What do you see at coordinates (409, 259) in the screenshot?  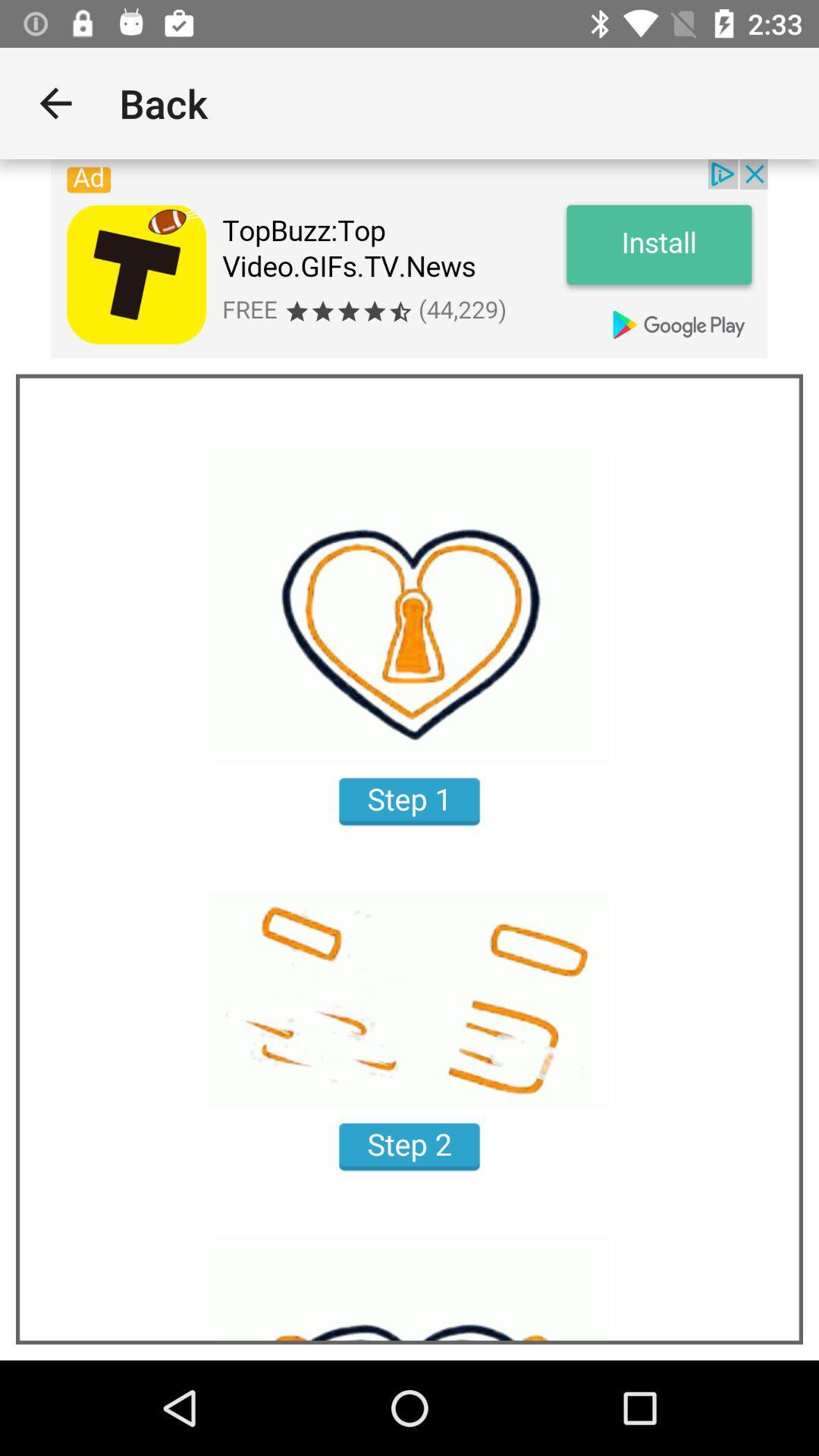 I see `advert pop up` at bounding box center [409, 259].